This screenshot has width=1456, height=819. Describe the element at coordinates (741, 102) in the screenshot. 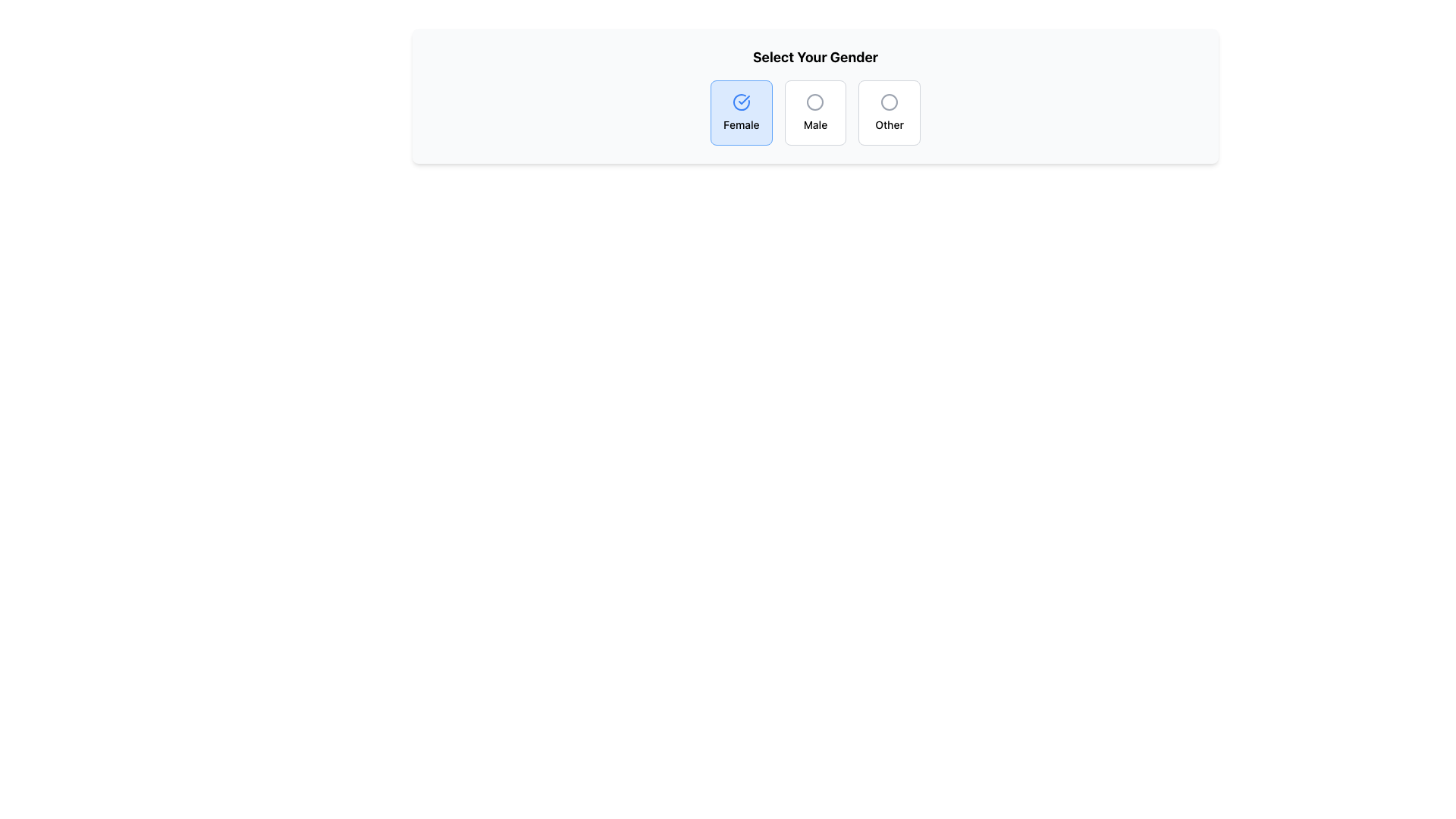

I see `the circular blue check mark icon located at the top-center of the 'Female' button` at that location.